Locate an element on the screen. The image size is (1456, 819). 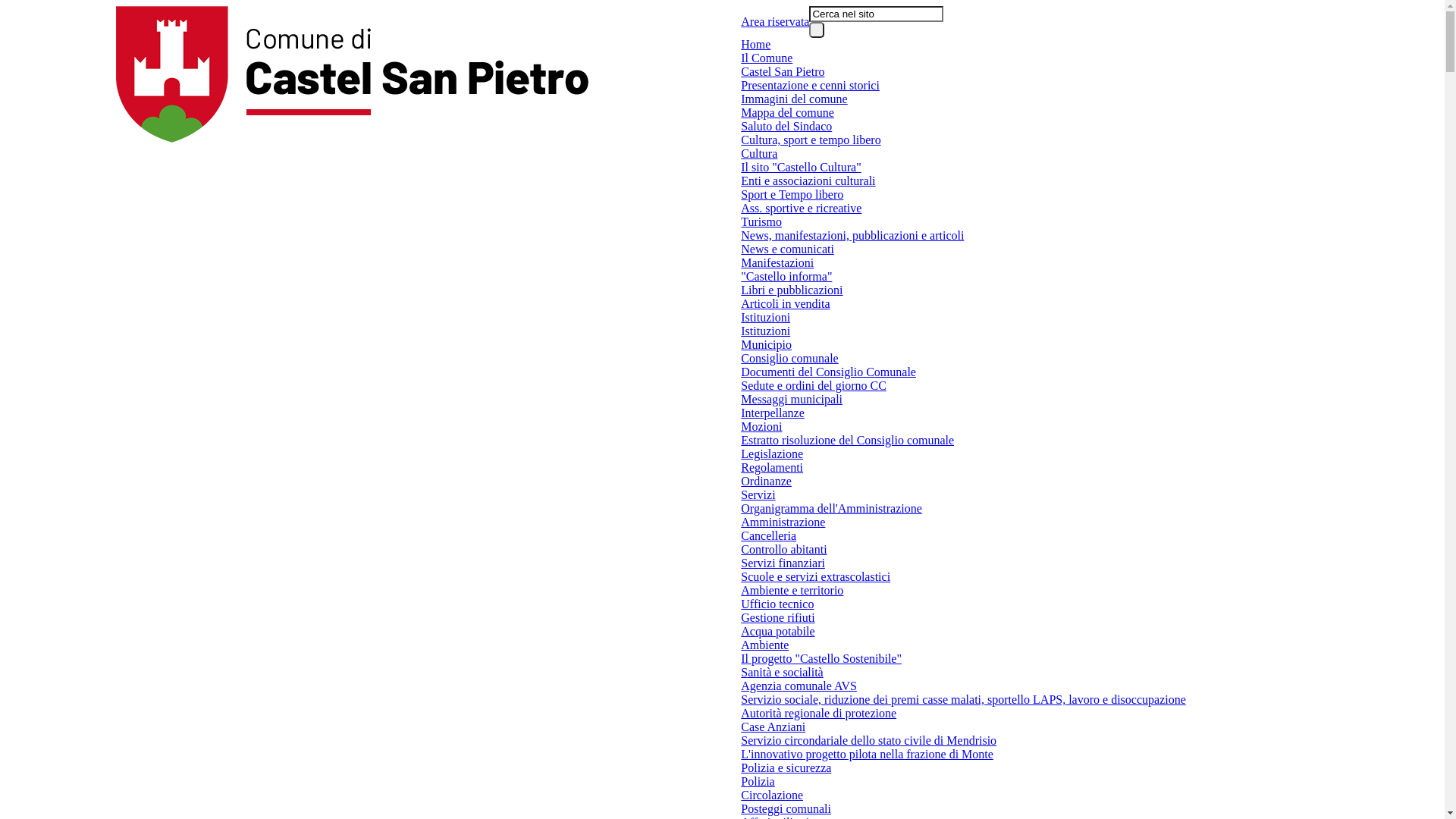
'Servizio circondariale dello stato civile di Mendrisio' is located at coordinates (868, 739).